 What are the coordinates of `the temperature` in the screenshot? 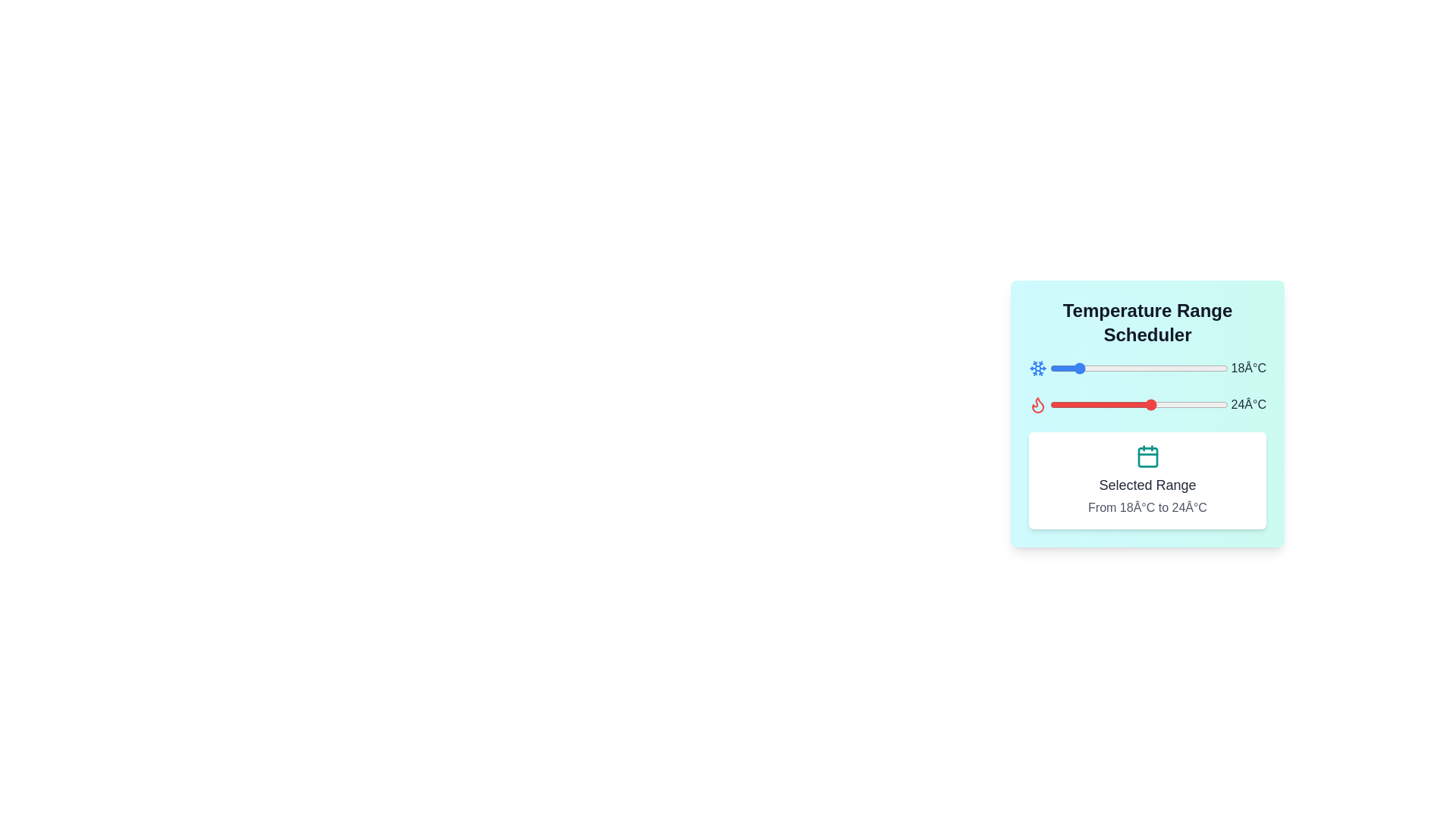 It's located at (1126, 403).